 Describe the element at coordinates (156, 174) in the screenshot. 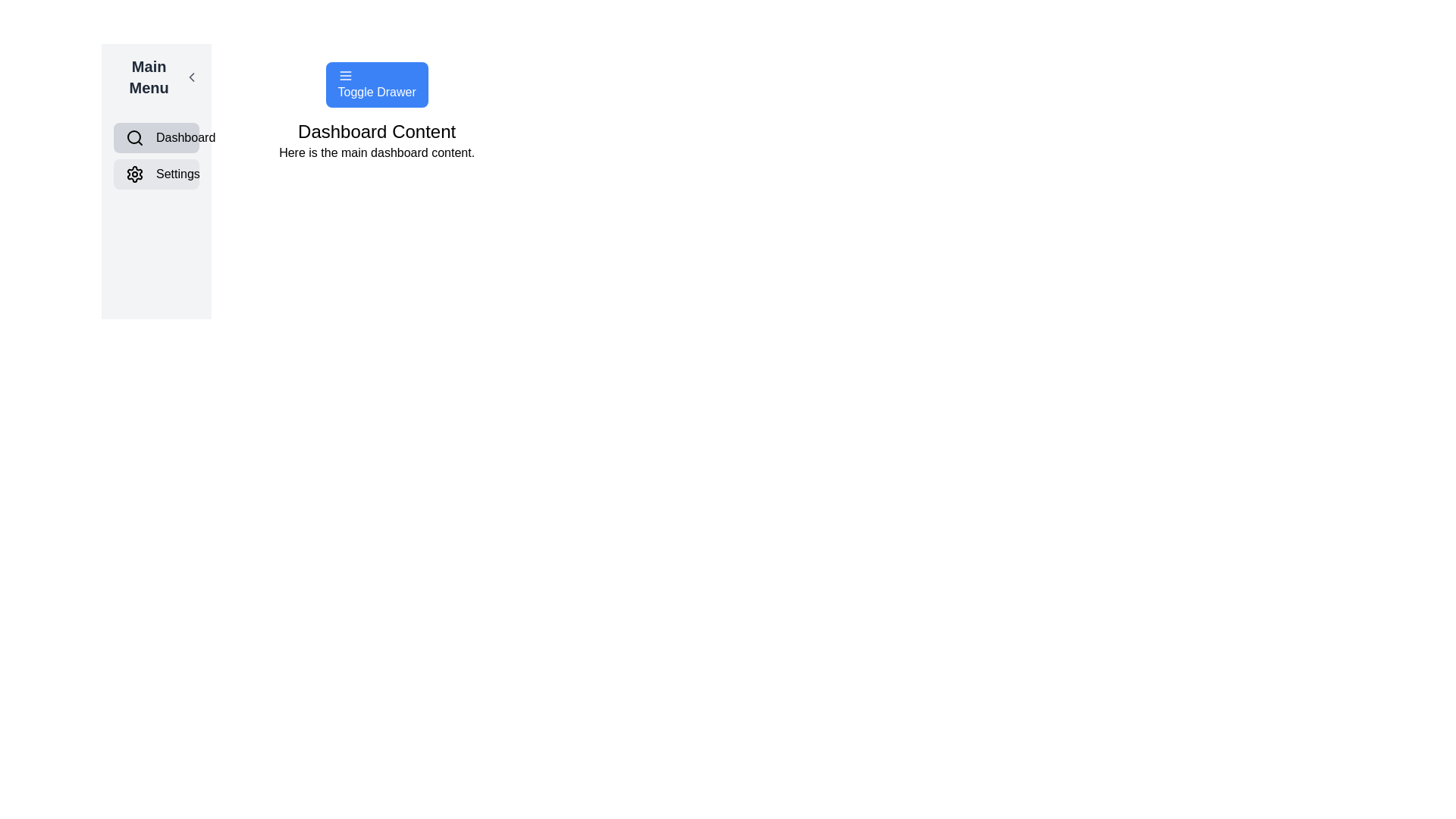

I see `the 'Settings' button with a cogwheel icon located in the vertical side menu, directly below the 'Dashboard' option` at that location.